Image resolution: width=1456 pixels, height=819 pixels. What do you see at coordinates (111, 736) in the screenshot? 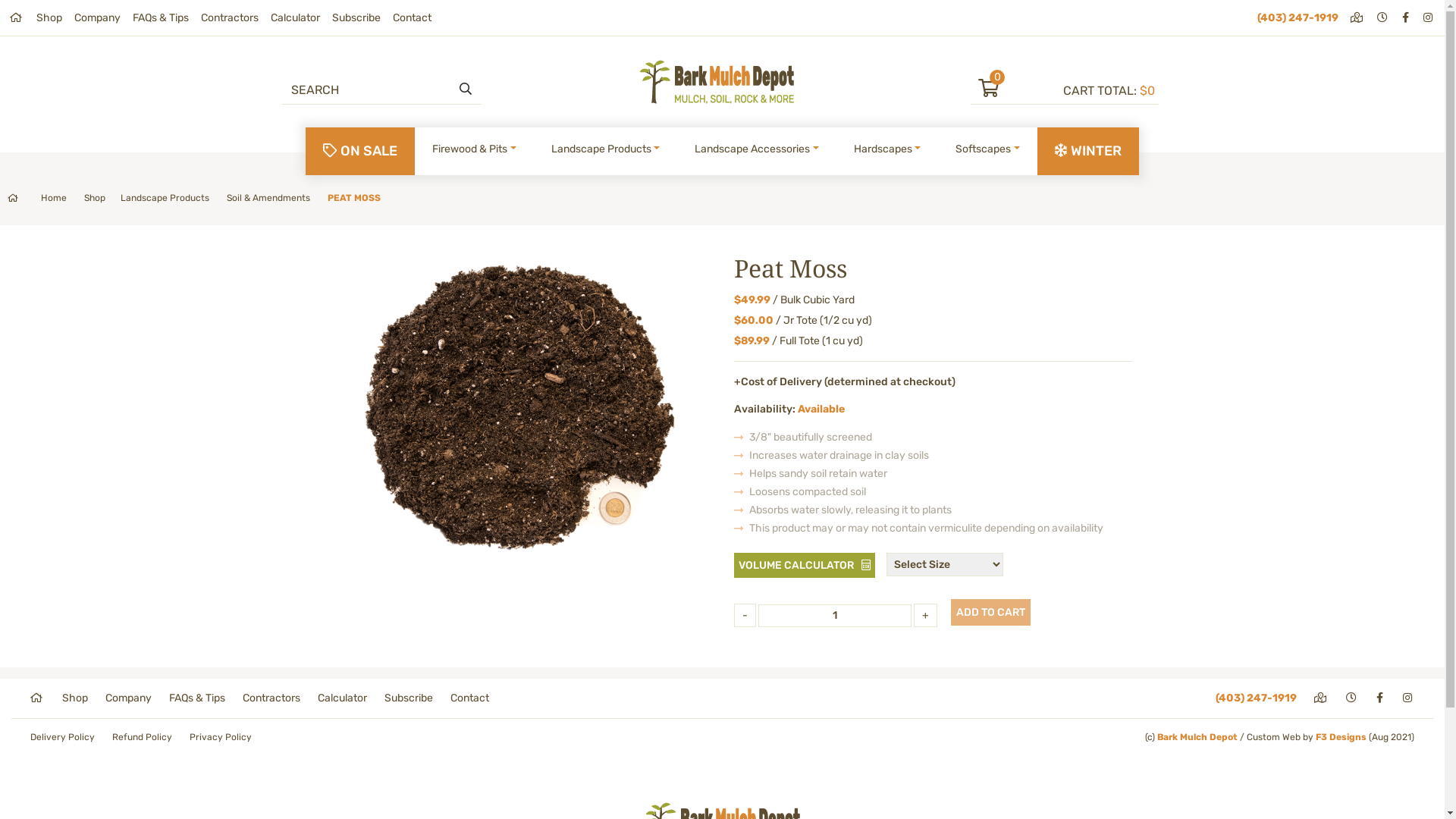
I see `'Refund Policy'` at bounding box center [111, 736].